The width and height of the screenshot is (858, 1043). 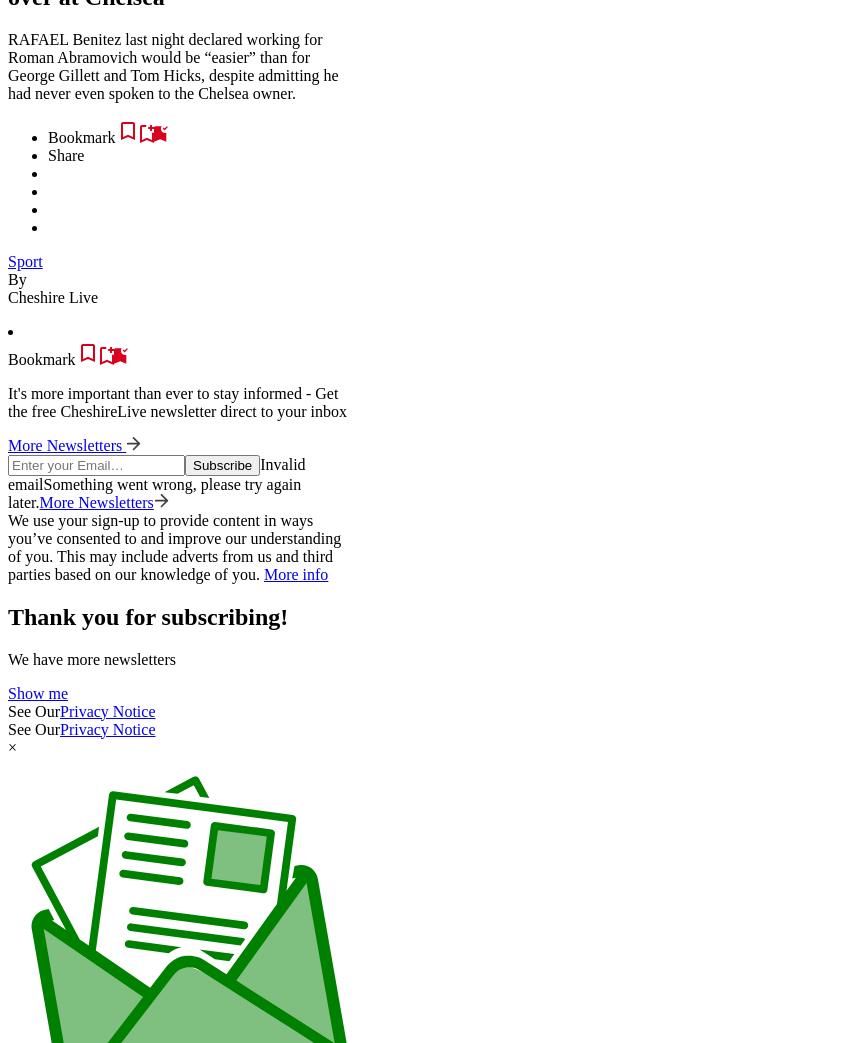 What do you see at coordinates (24, 260) in the screenshot?
I see `'Sport'` at bounding box center [24, 260].